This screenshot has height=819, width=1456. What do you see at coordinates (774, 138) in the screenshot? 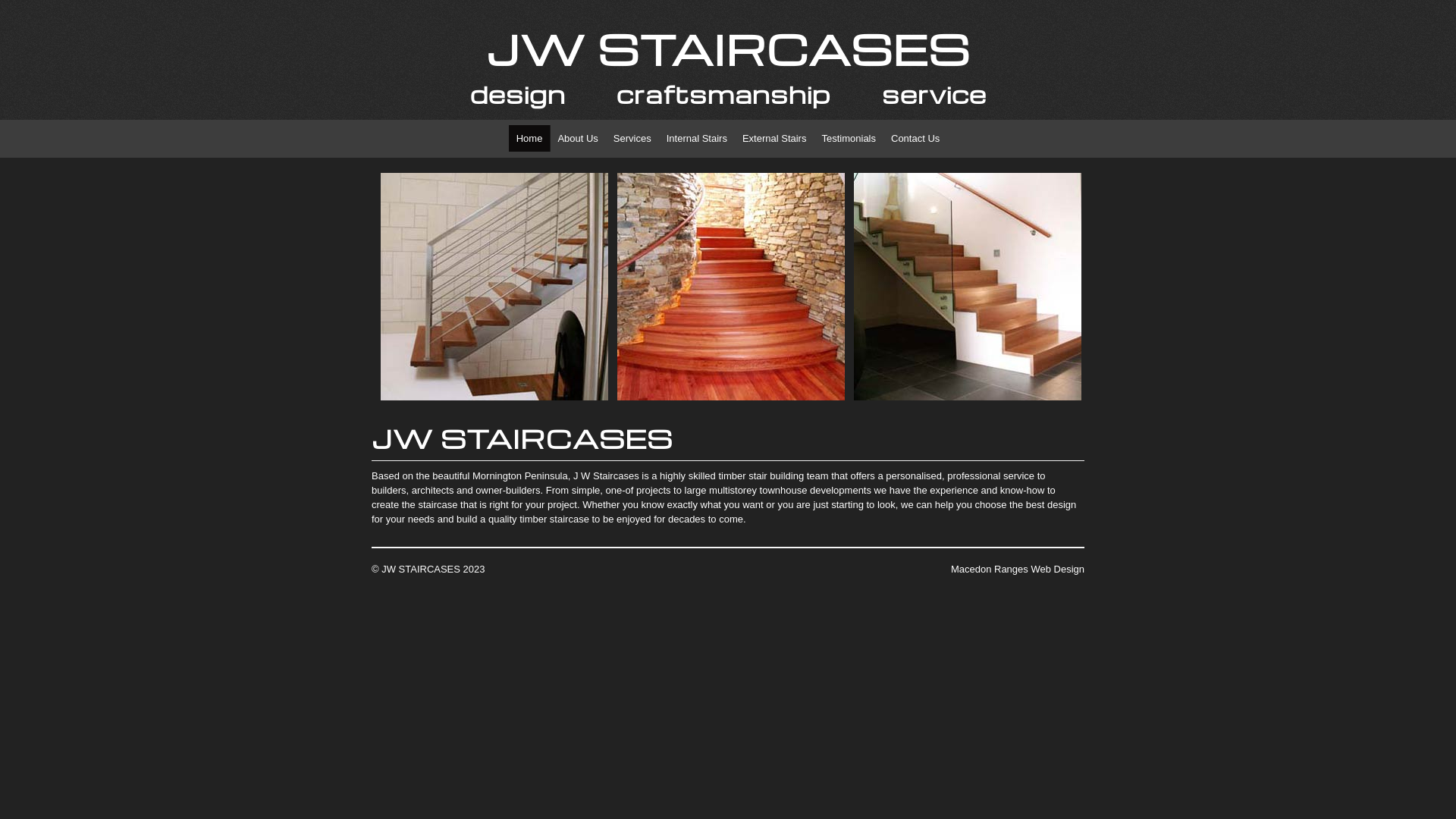
I see `'External Stairs'` at bounding box center [774, 138].